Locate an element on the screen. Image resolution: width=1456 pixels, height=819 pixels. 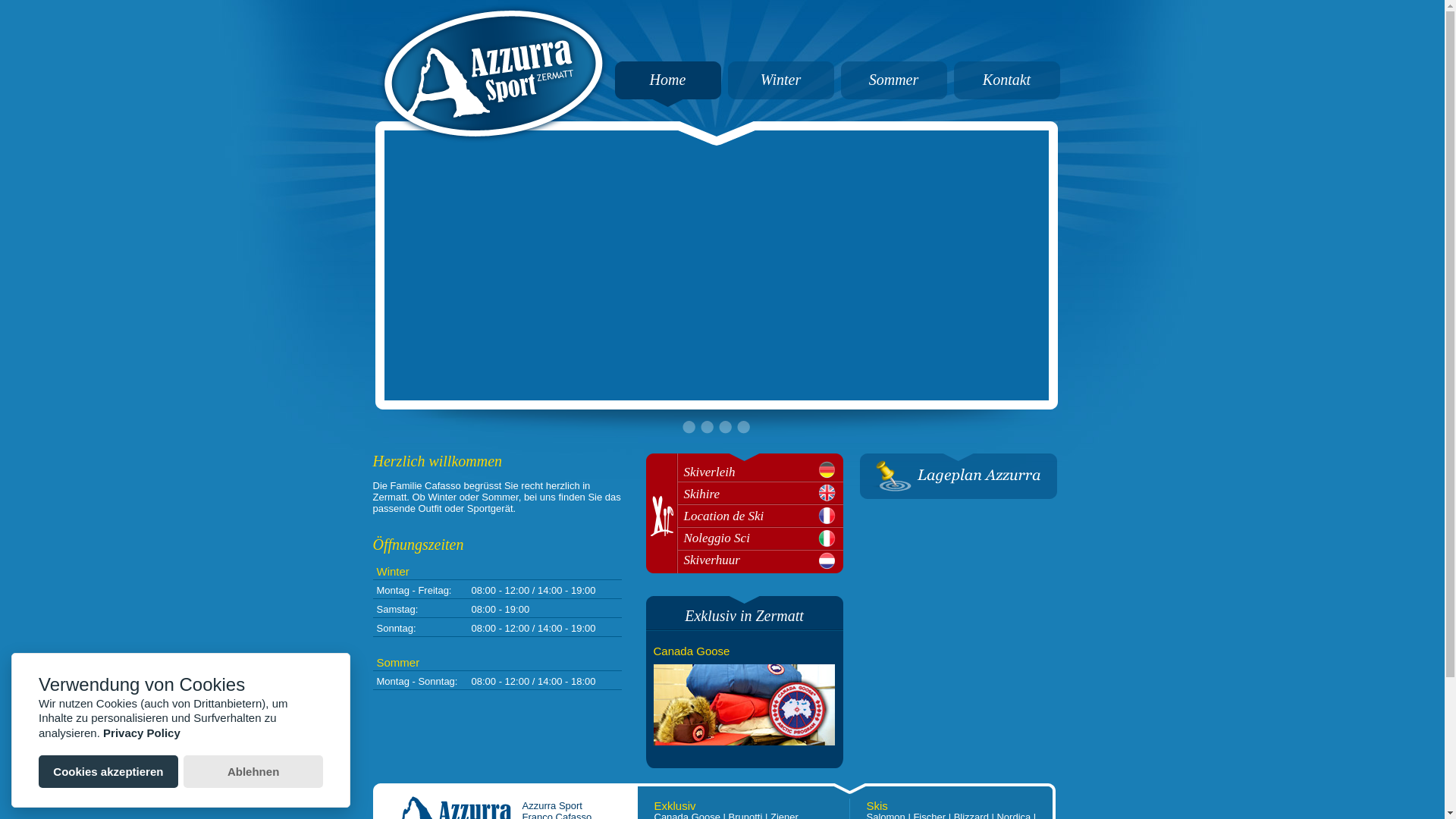
'Skiverhuur' is located at coordinates (764, 560).